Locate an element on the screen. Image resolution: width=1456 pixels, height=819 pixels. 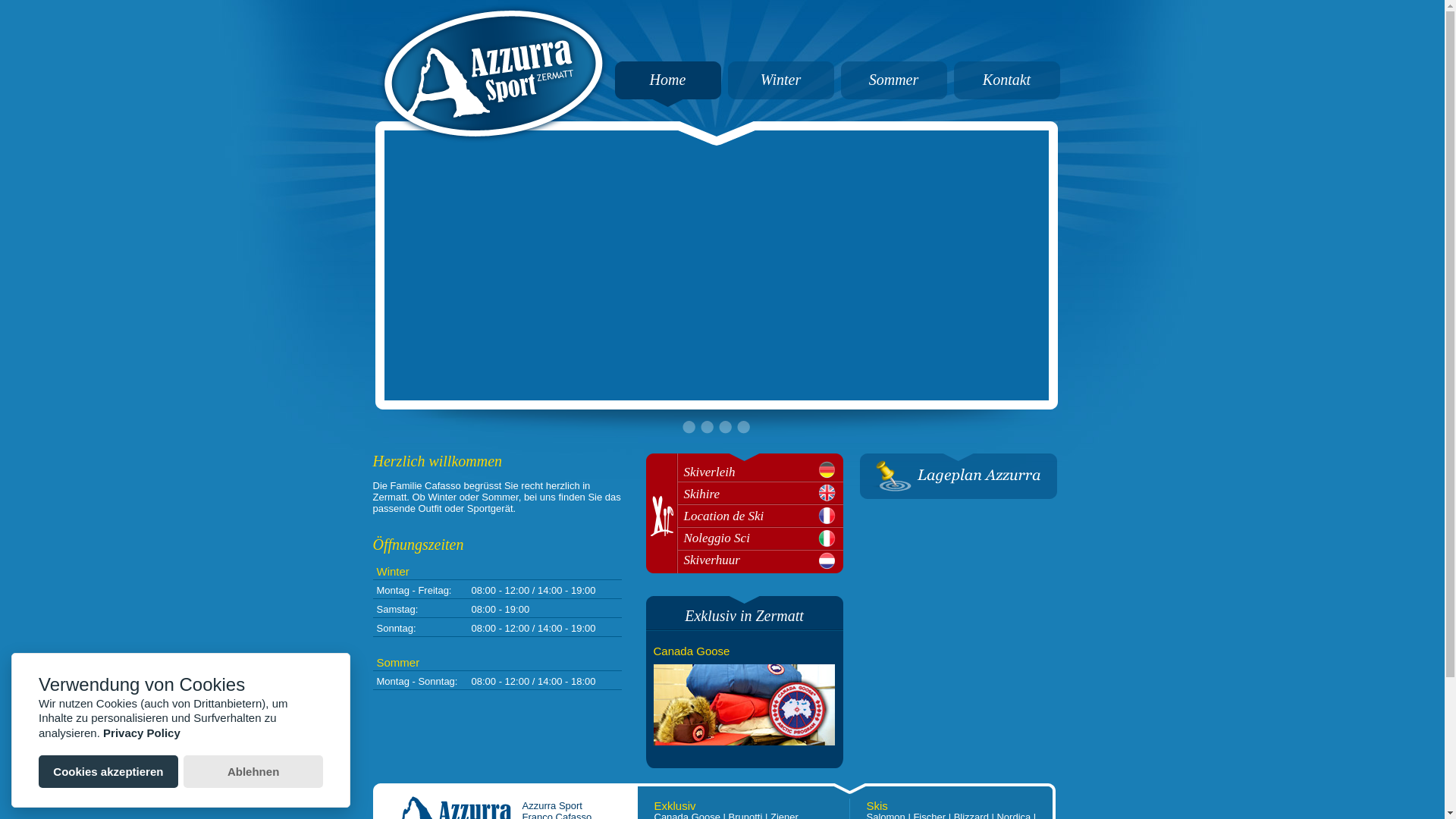
'Skiverhuur' is located at coordinates (764, 560).